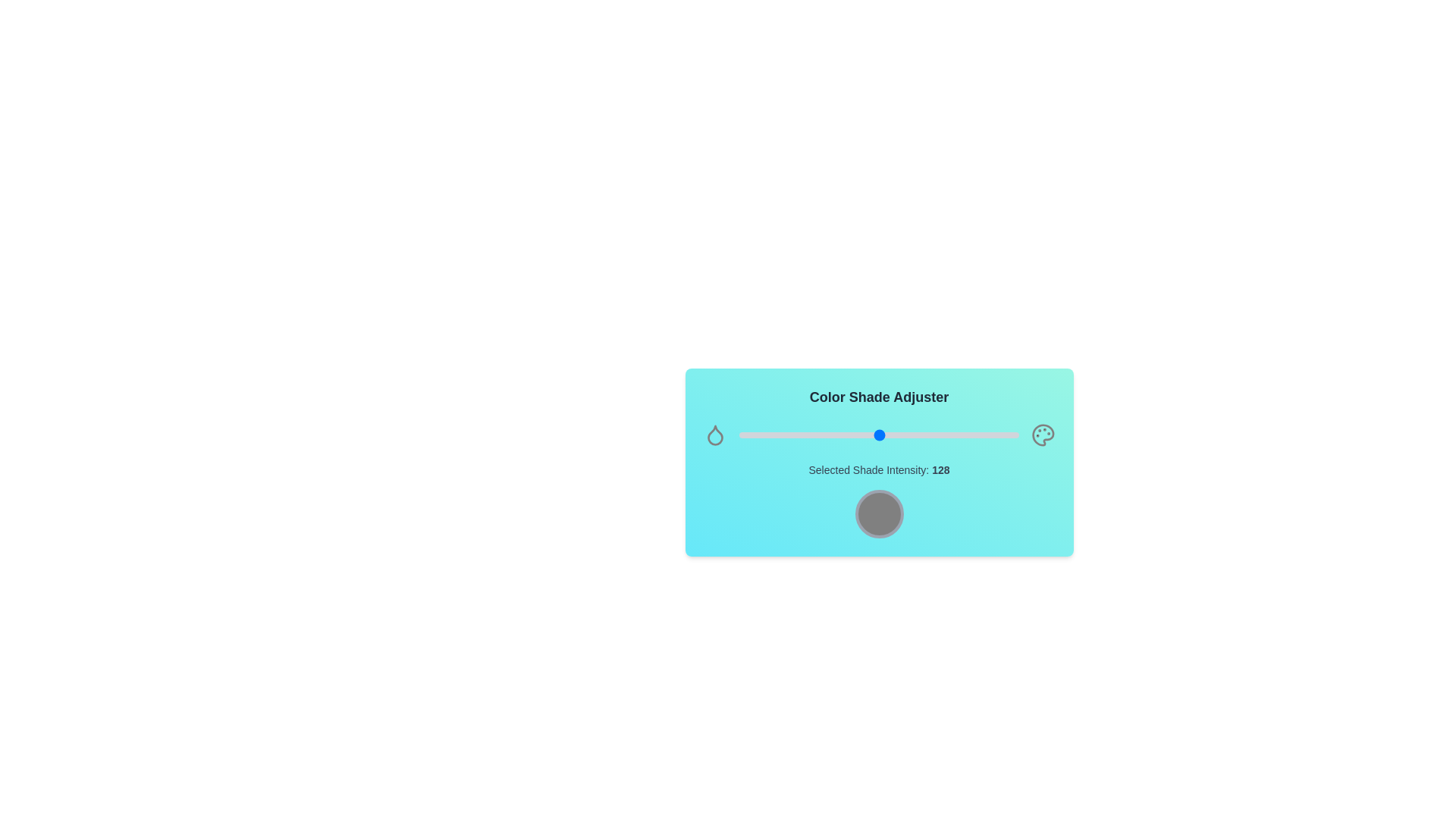 This screenshot has height=819, width=1456. Describe the element at coordinates (814, 435) in the screenshot. I see `the shade intensity to 69 by interacting with the slider` at that location.